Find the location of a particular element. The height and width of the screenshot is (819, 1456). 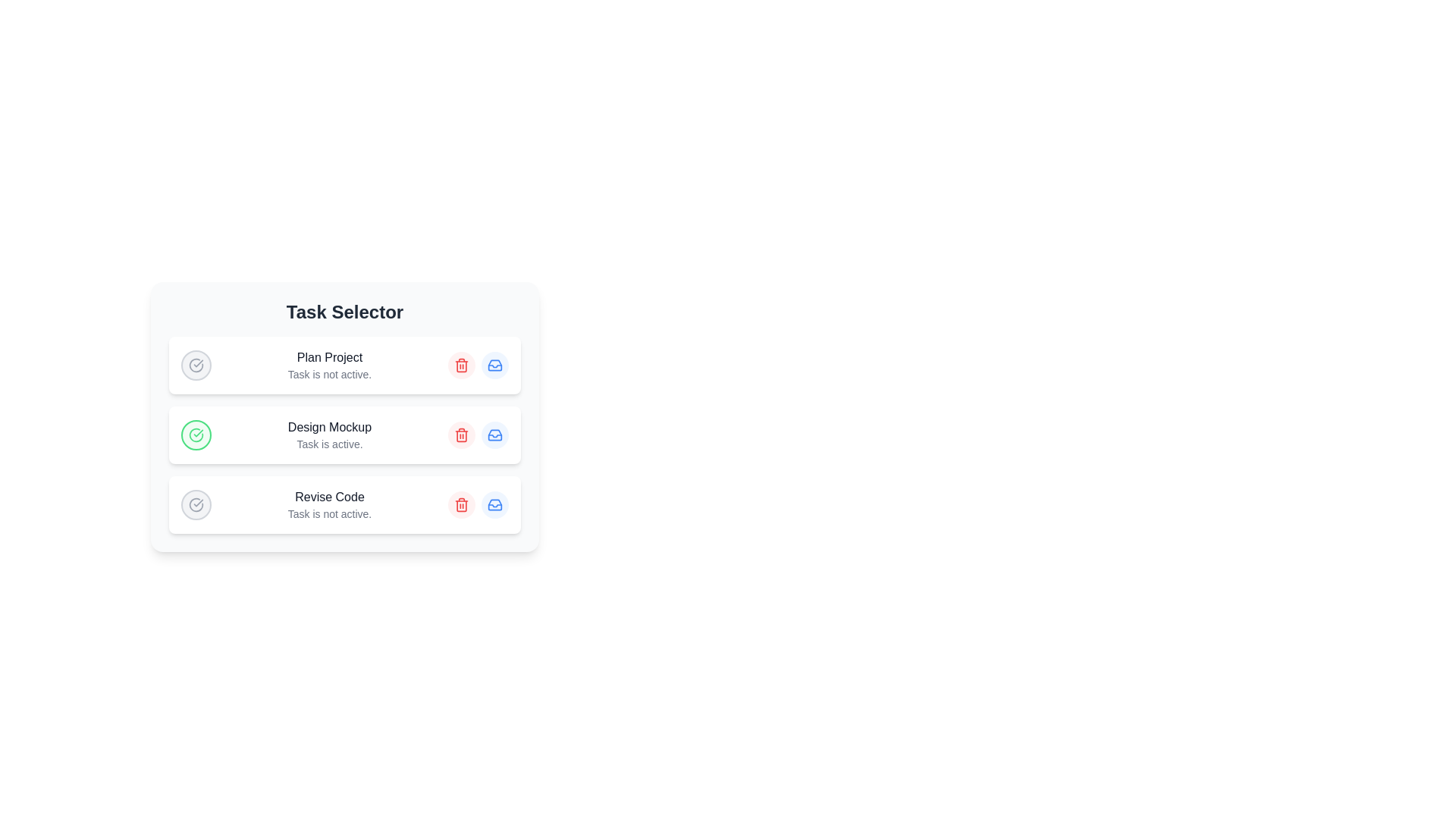

the gray circular button with a checkmark icon is located at coordinates (196, 505).